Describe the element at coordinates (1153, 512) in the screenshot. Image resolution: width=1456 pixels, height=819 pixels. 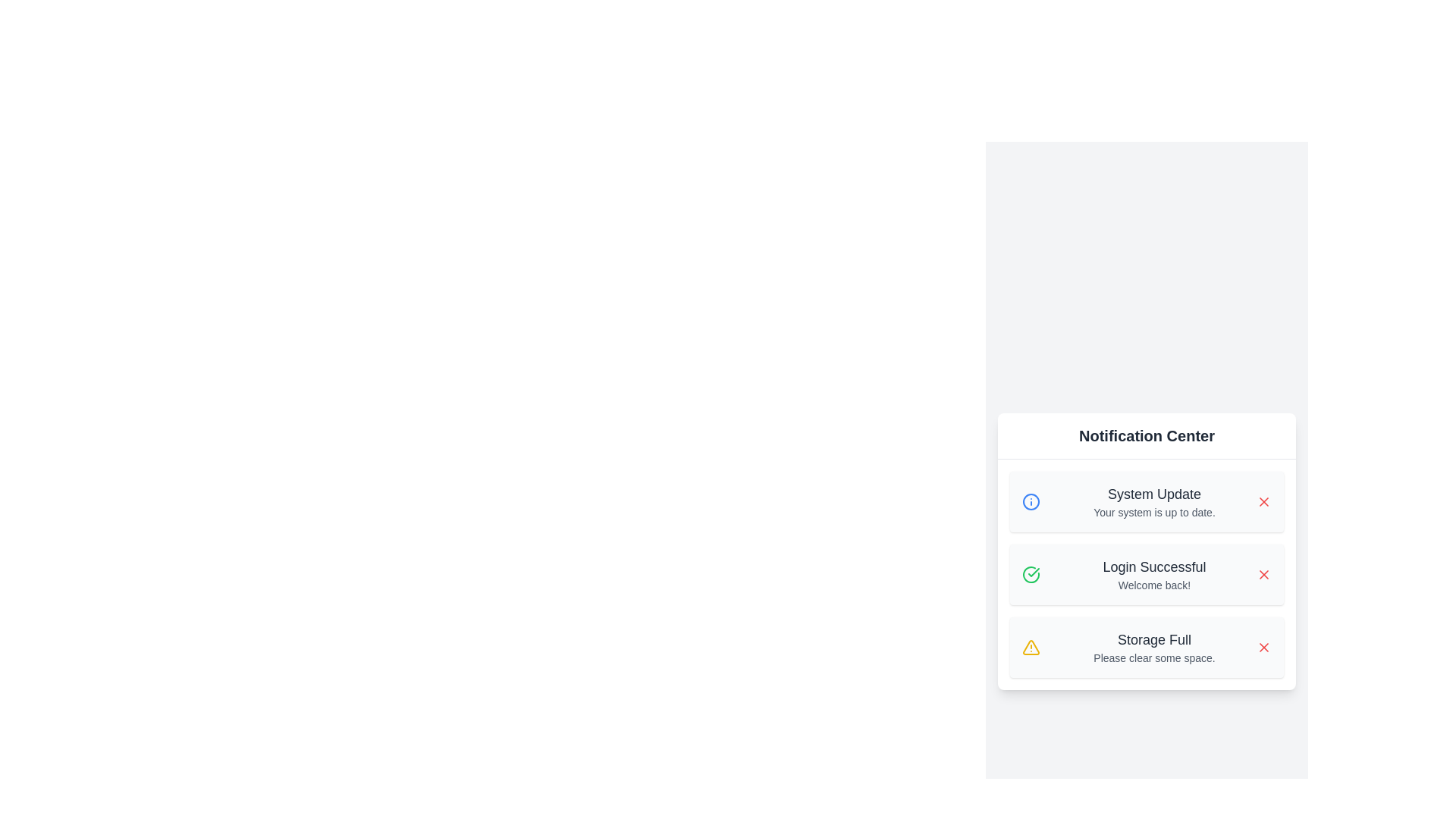
I see `the text label that reads 'Your system is up to date.' which is located below the 'System Update' text in the Notification Center` at that location.